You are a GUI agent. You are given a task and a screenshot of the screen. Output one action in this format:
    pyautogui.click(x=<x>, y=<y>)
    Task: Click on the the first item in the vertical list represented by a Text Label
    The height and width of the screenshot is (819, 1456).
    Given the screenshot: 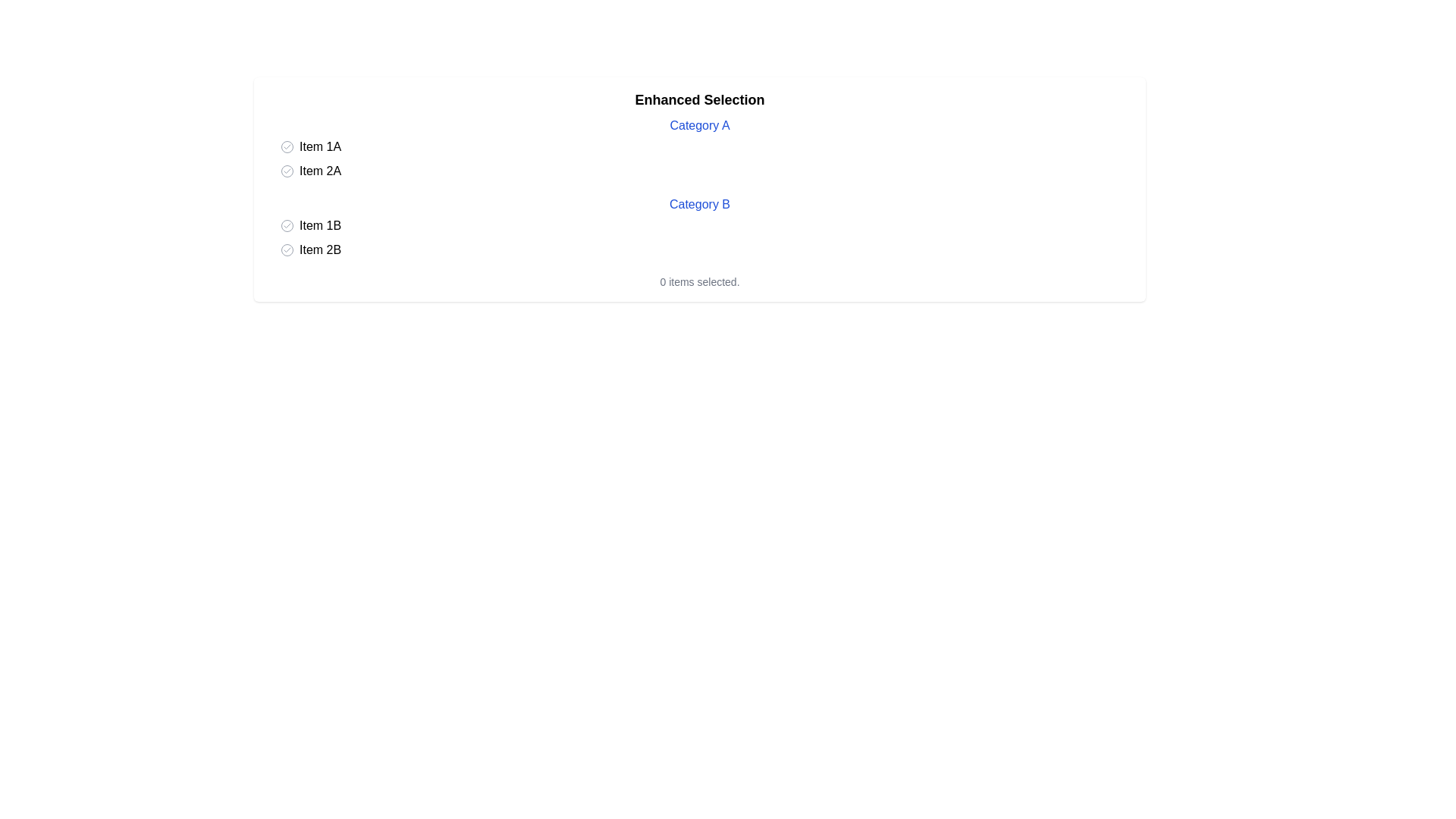 What is the action you would take?
    pyautogui.click(x=319, y=146)
    